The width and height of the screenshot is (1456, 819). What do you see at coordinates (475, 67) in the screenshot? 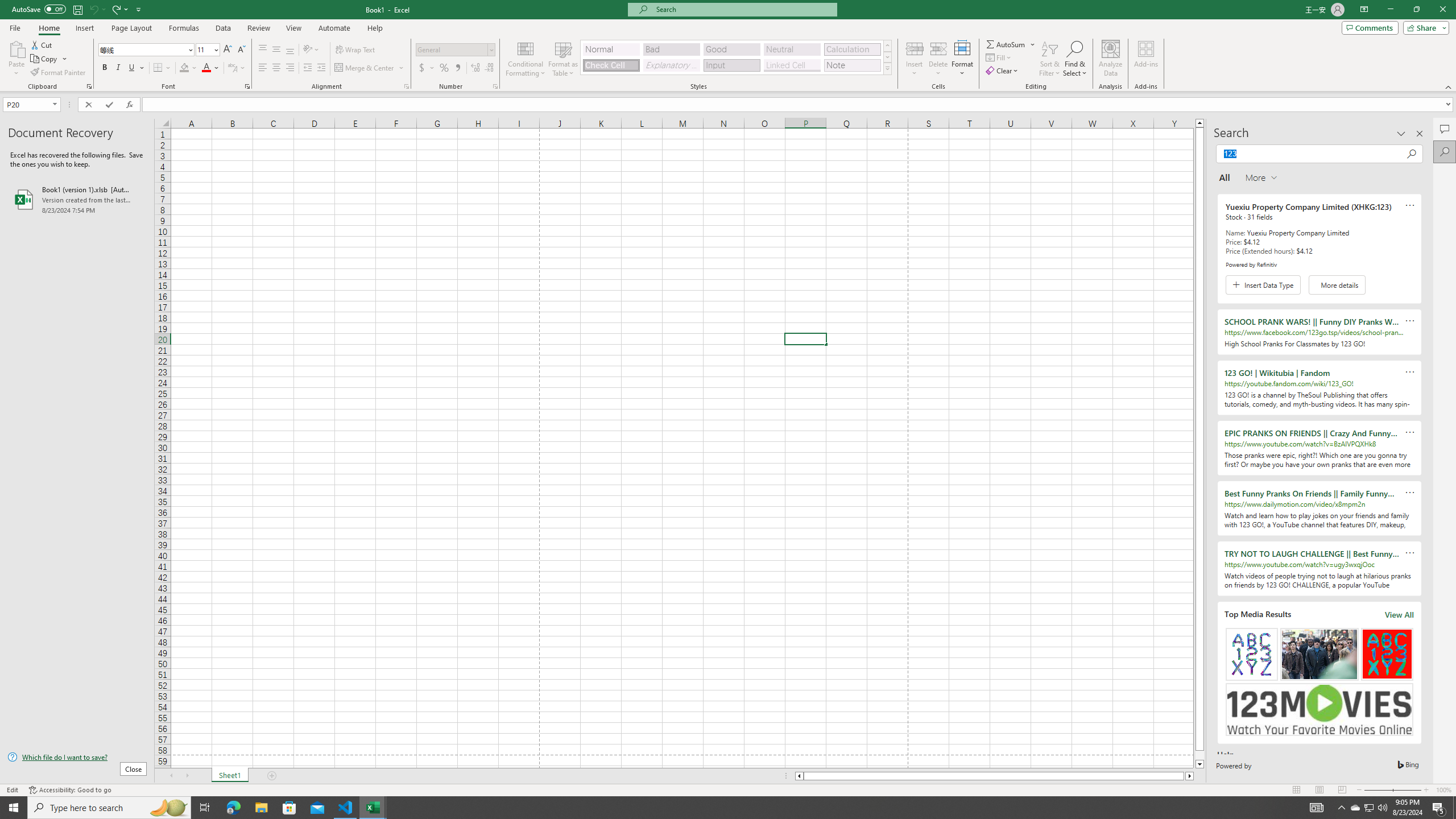
I see `'Increase Decimal'` at bounding box center [475, 67].